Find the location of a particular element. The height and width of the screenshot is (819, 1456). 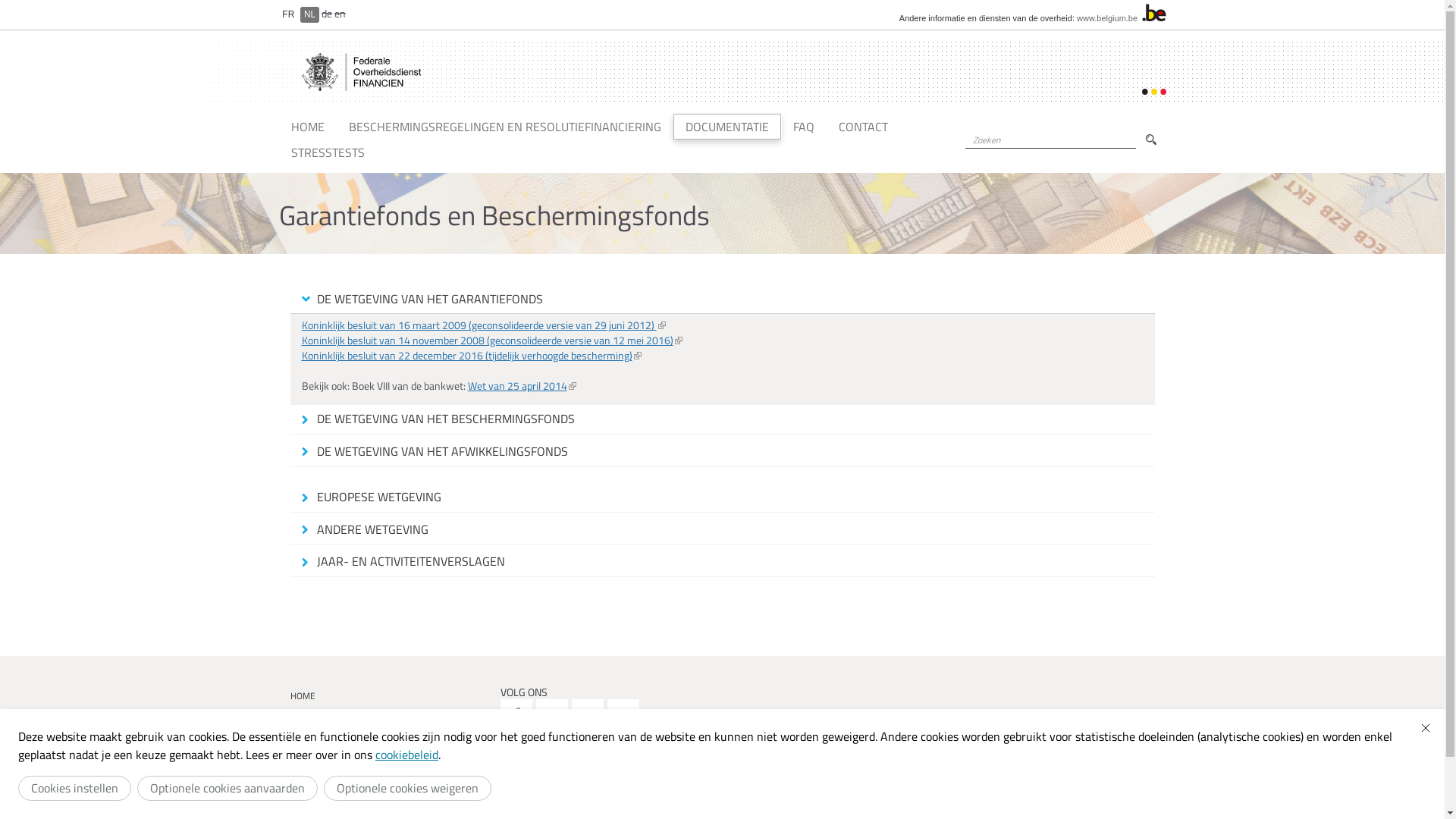

'FR' is located at coordinates (288, 14).